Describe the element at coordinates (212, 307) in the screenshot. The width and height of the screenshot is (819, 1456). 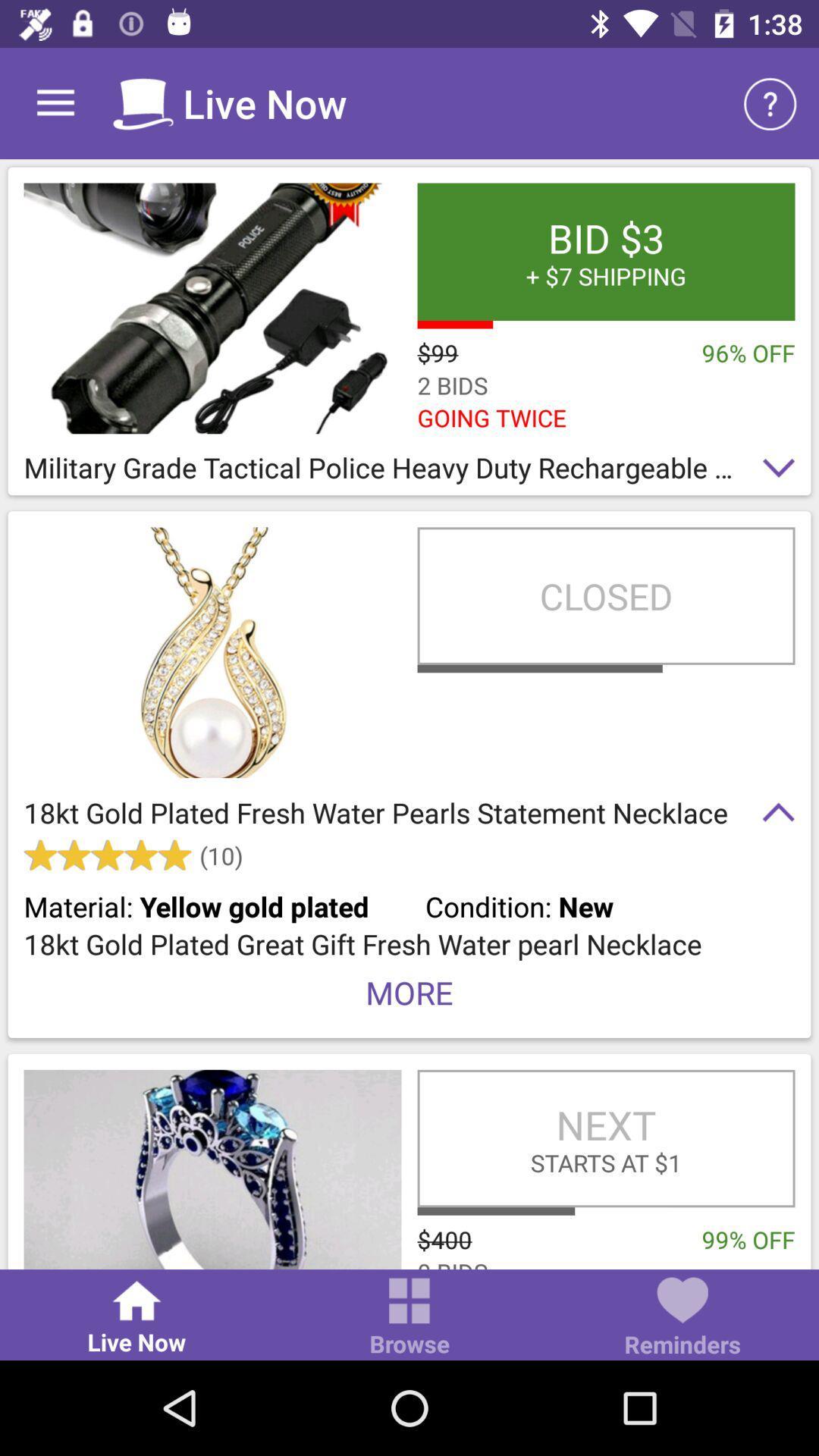
I see `view` at that location.